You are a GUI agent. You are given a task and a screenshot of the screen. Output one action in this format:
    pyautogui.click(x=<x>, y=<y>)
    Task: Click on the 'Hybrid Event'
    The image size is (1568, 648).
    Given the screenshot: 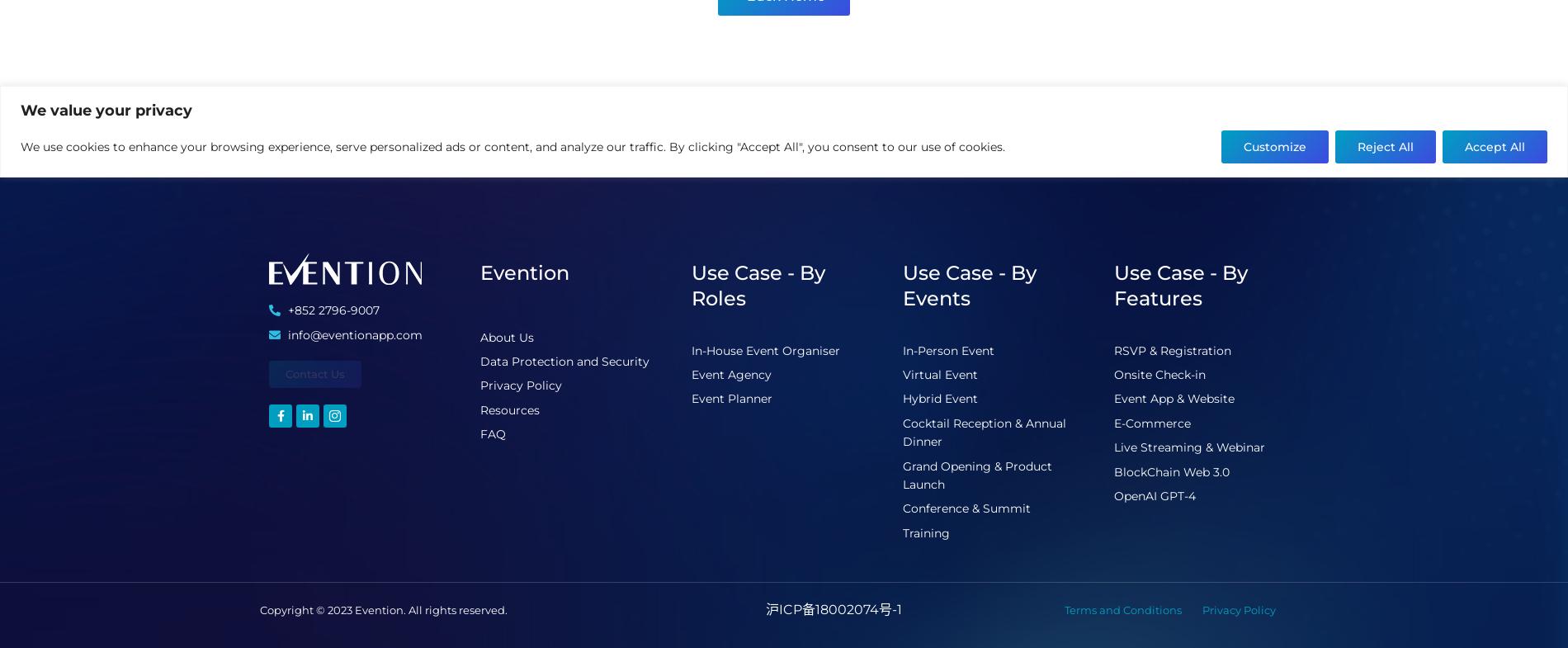 What is the action you would take?
    pyautogui.click(x=940, y=399)
    